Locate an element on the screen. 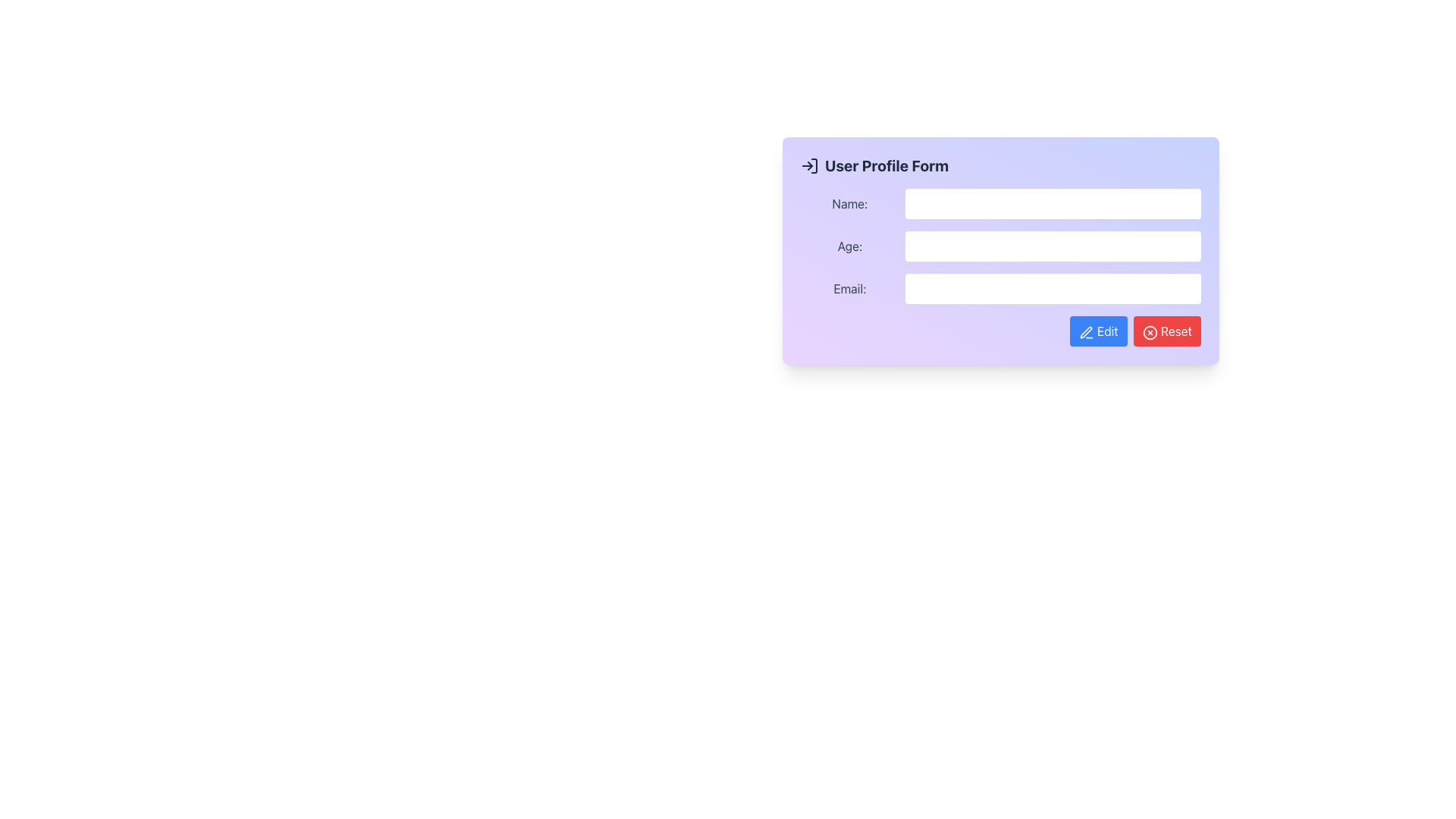 This screenshot has height=819, width=1456. the label element that provides context for the adjacent numeric input field for age in the user profile form is located at coordinates (849, 245).